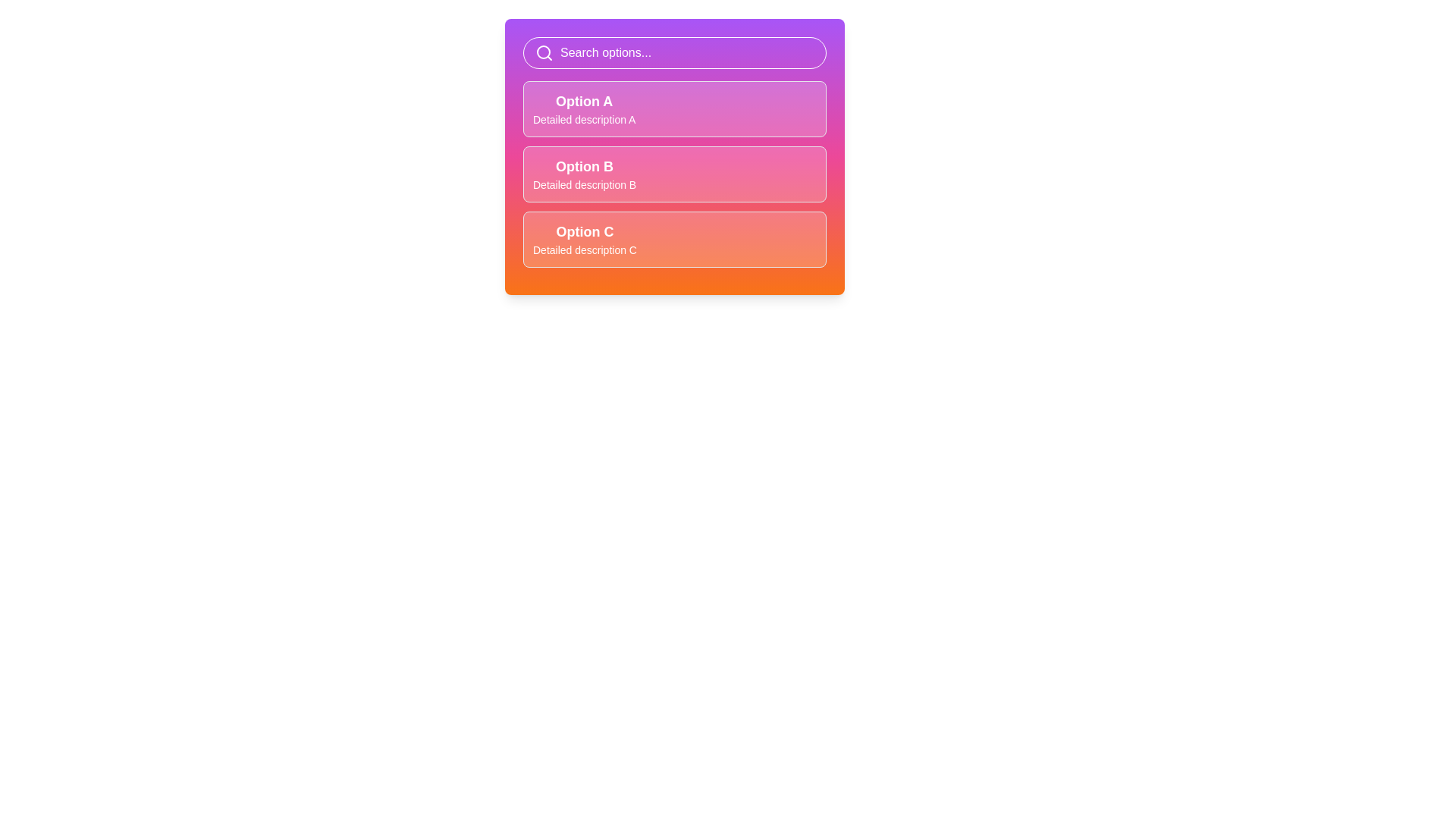  I want to click on the header text in the third row of the vertically stacked list, so click(584, 231).